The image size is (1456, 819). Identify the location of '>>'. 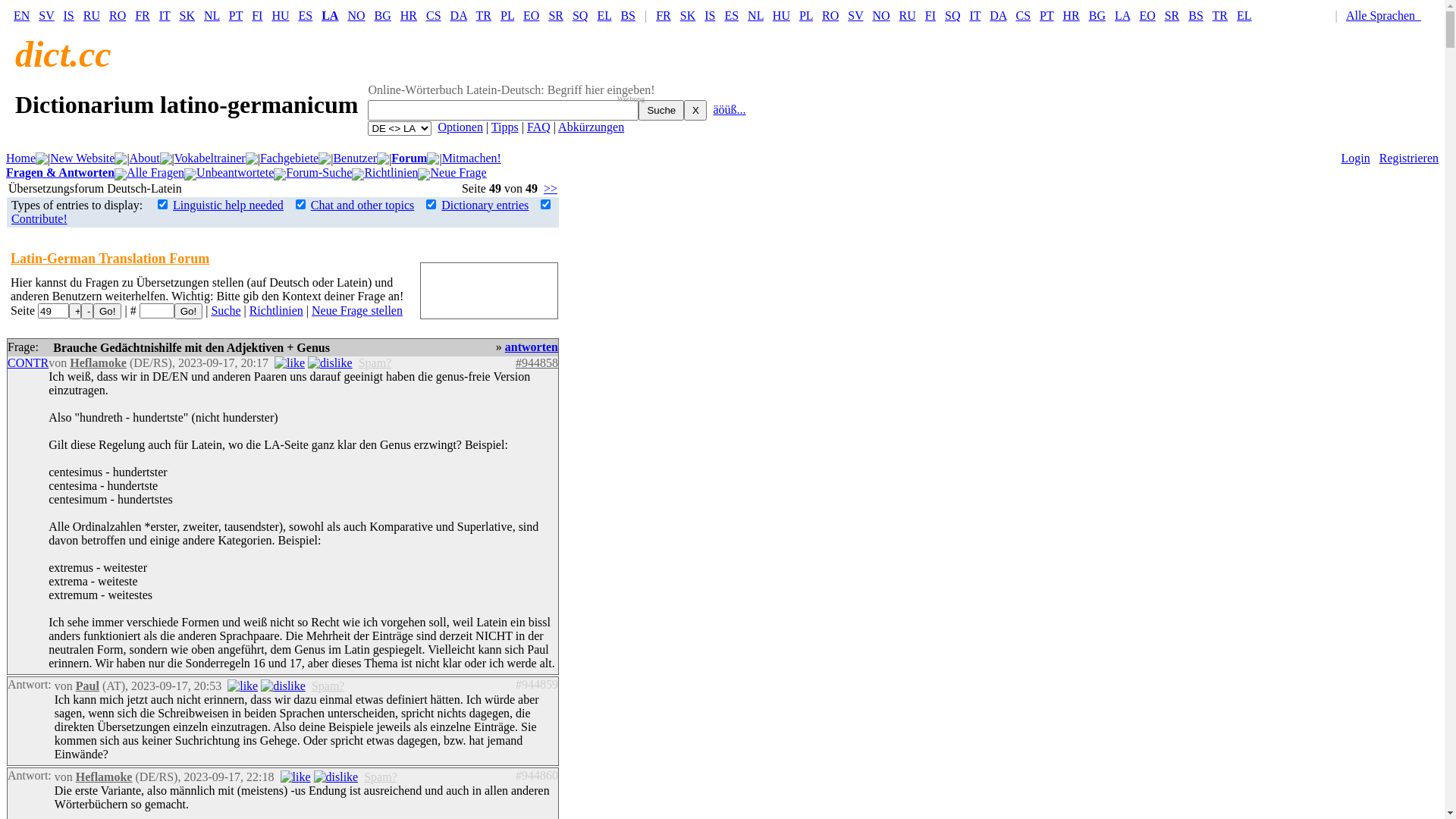
(549, 187).